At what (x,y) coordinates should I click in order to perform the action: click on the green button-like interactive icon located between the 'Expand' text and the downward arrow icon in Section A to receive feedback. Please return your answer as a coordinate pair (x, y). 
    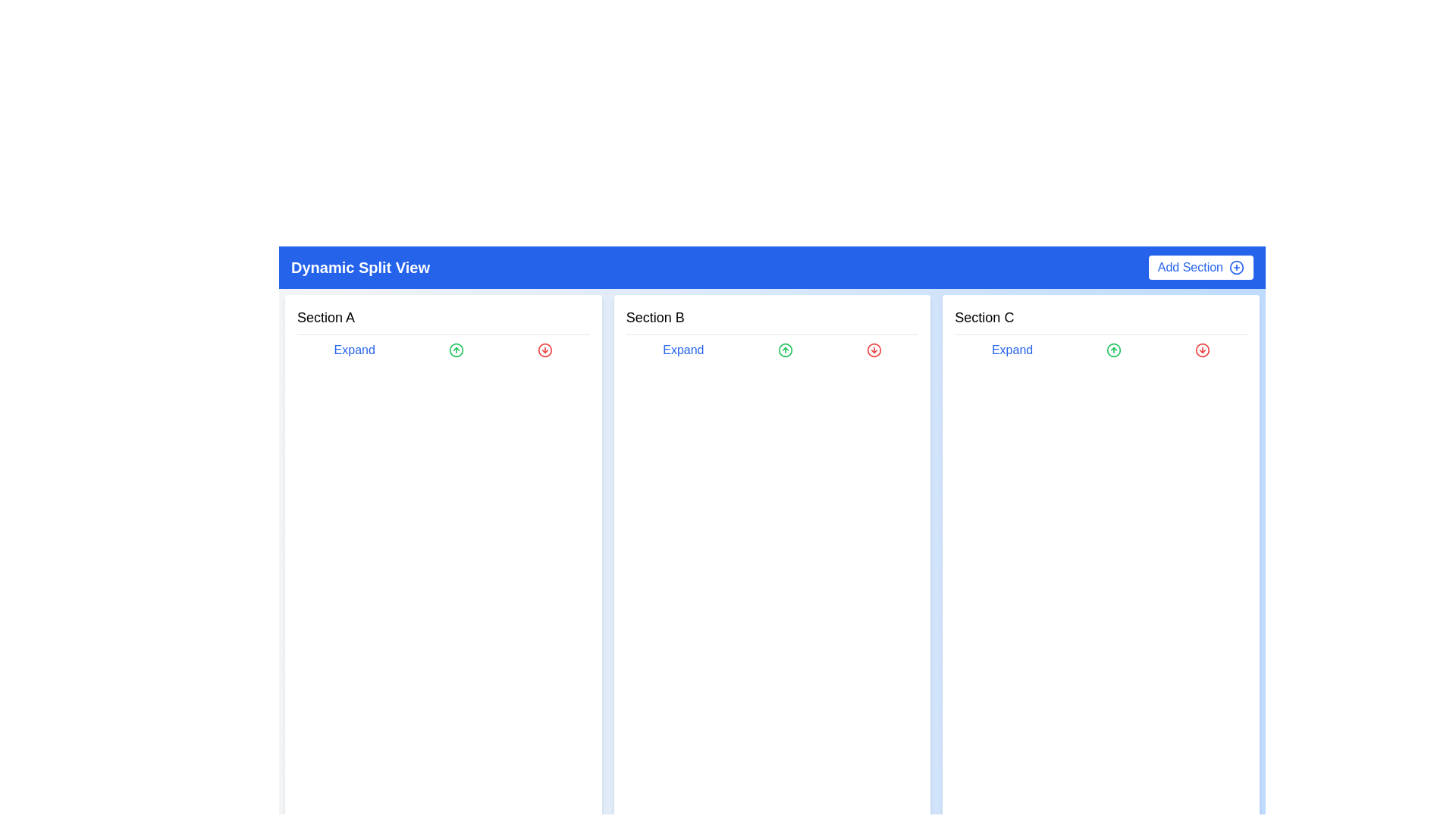
    Looking at the image, I should click on (455, 350).